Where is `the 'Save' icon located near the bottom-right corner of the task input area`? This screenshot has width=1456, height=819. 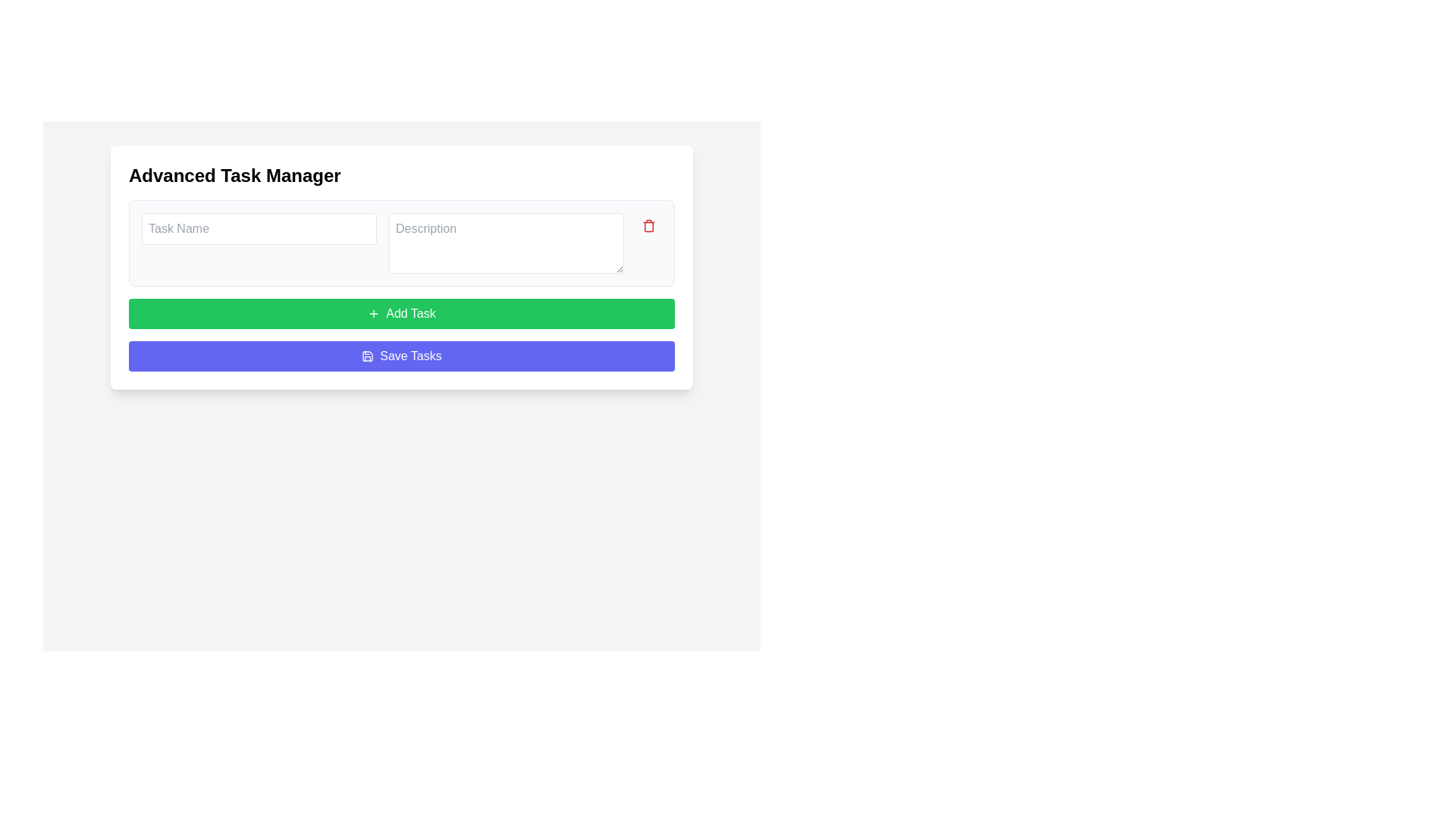
the 'Save' icon located near the bottom-right corner of the task input area is located at coordinates (368, 356).